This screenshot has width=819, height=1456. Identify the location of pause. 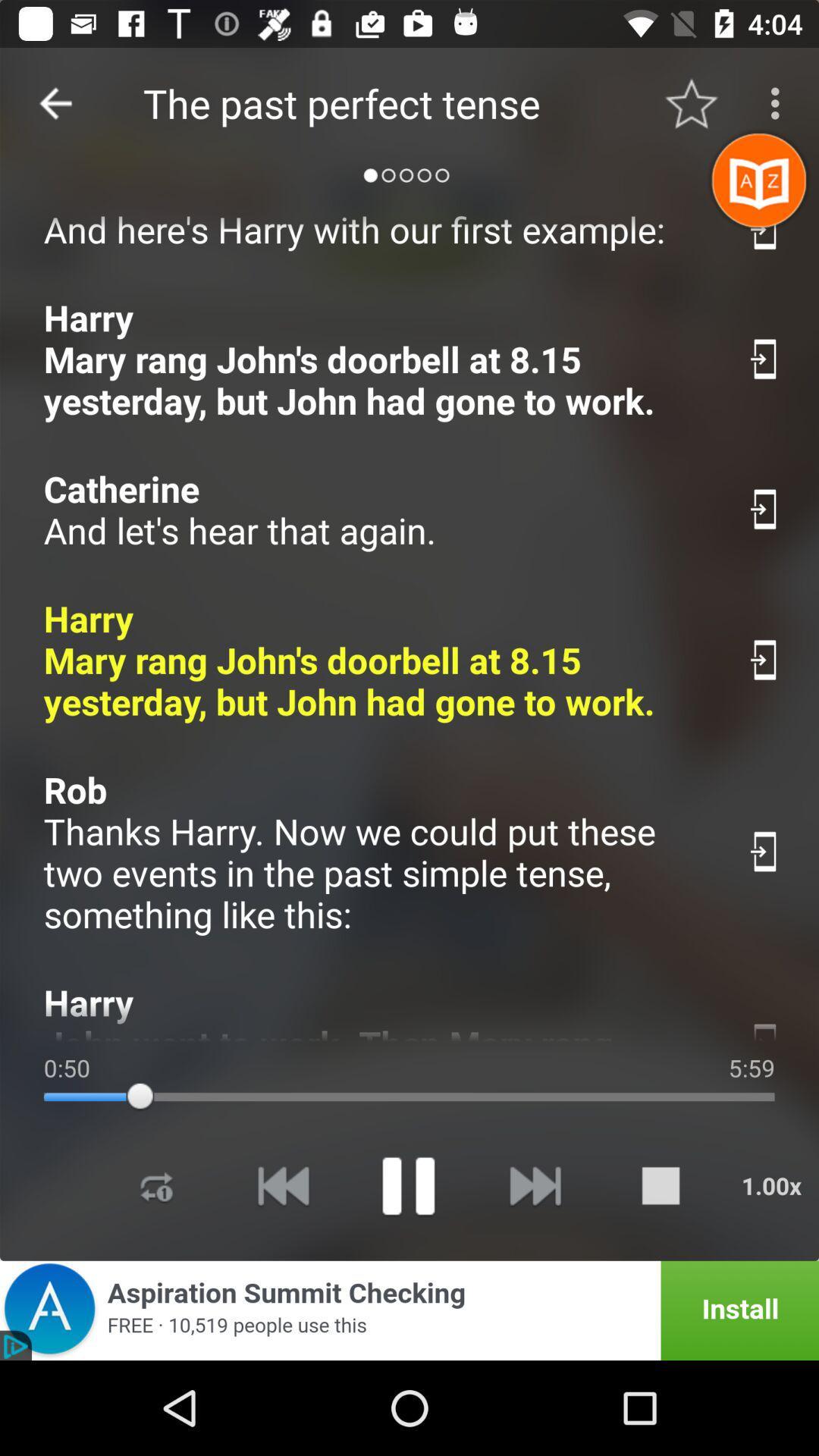
(407, 1185).